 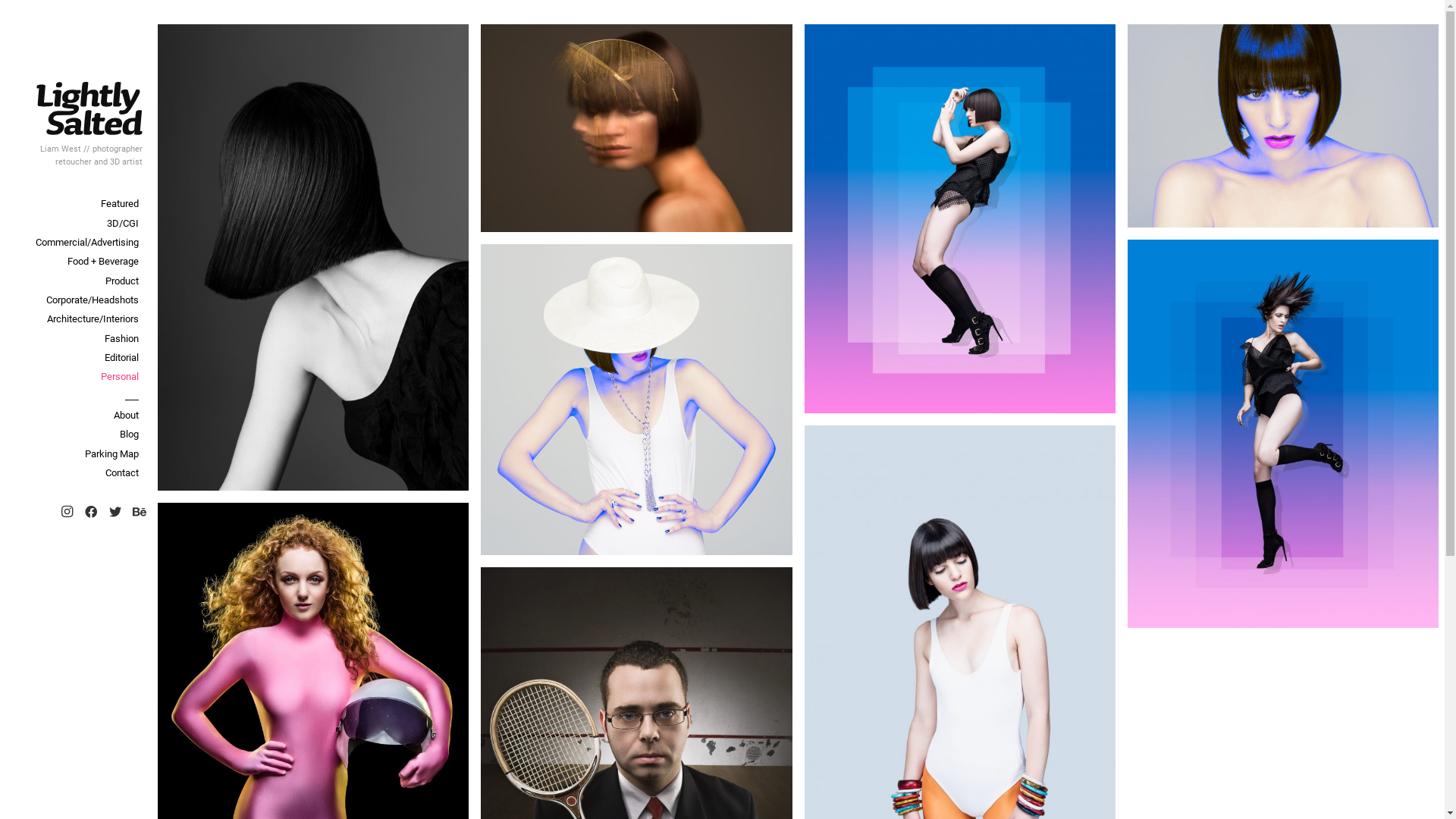 I want to click on 'Architecture/Interiors', so click(x=75, y=318).